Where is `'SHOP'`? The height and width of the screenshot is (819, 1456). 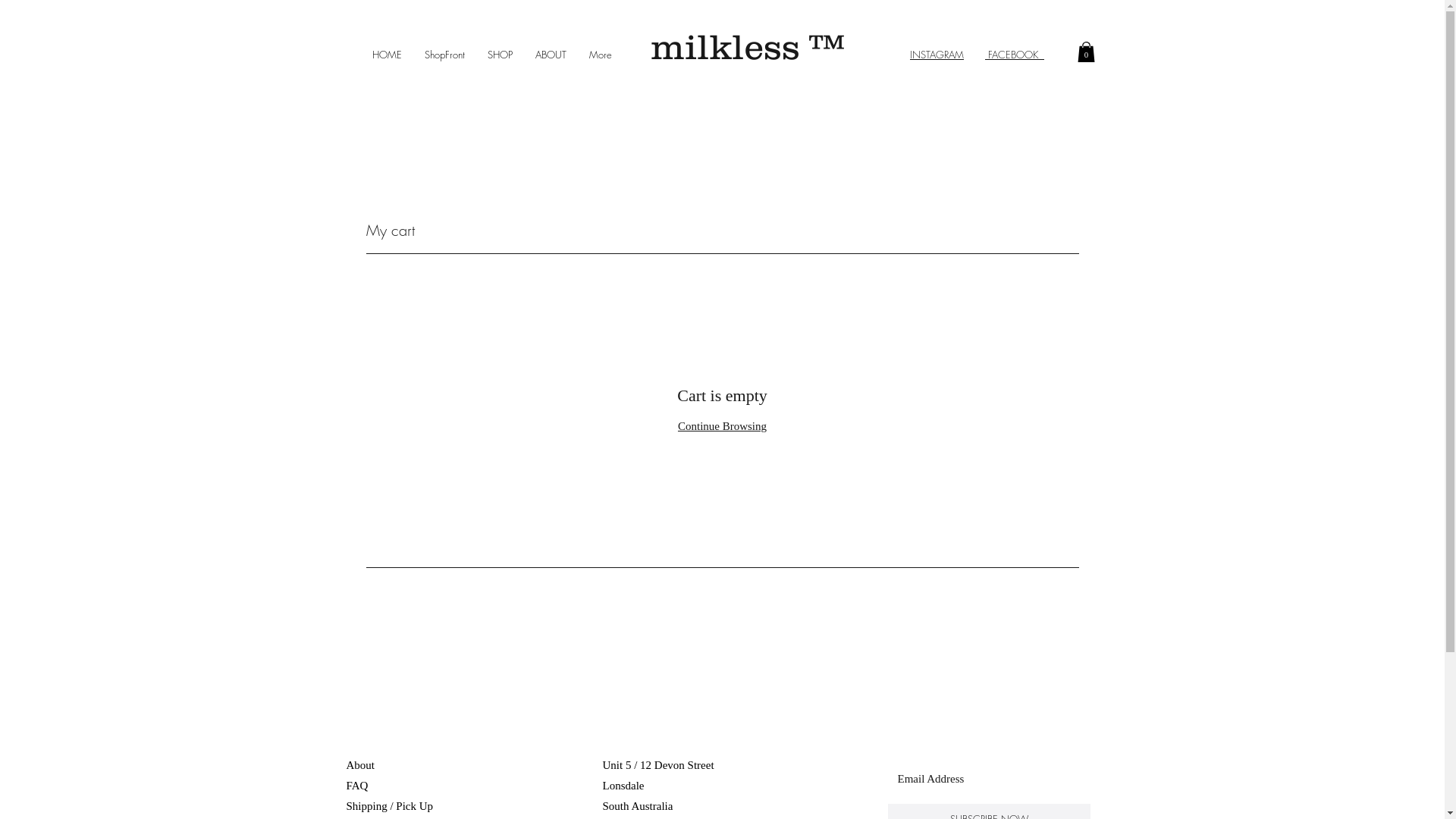
'SHOP' is located at coordinates (500, 54).